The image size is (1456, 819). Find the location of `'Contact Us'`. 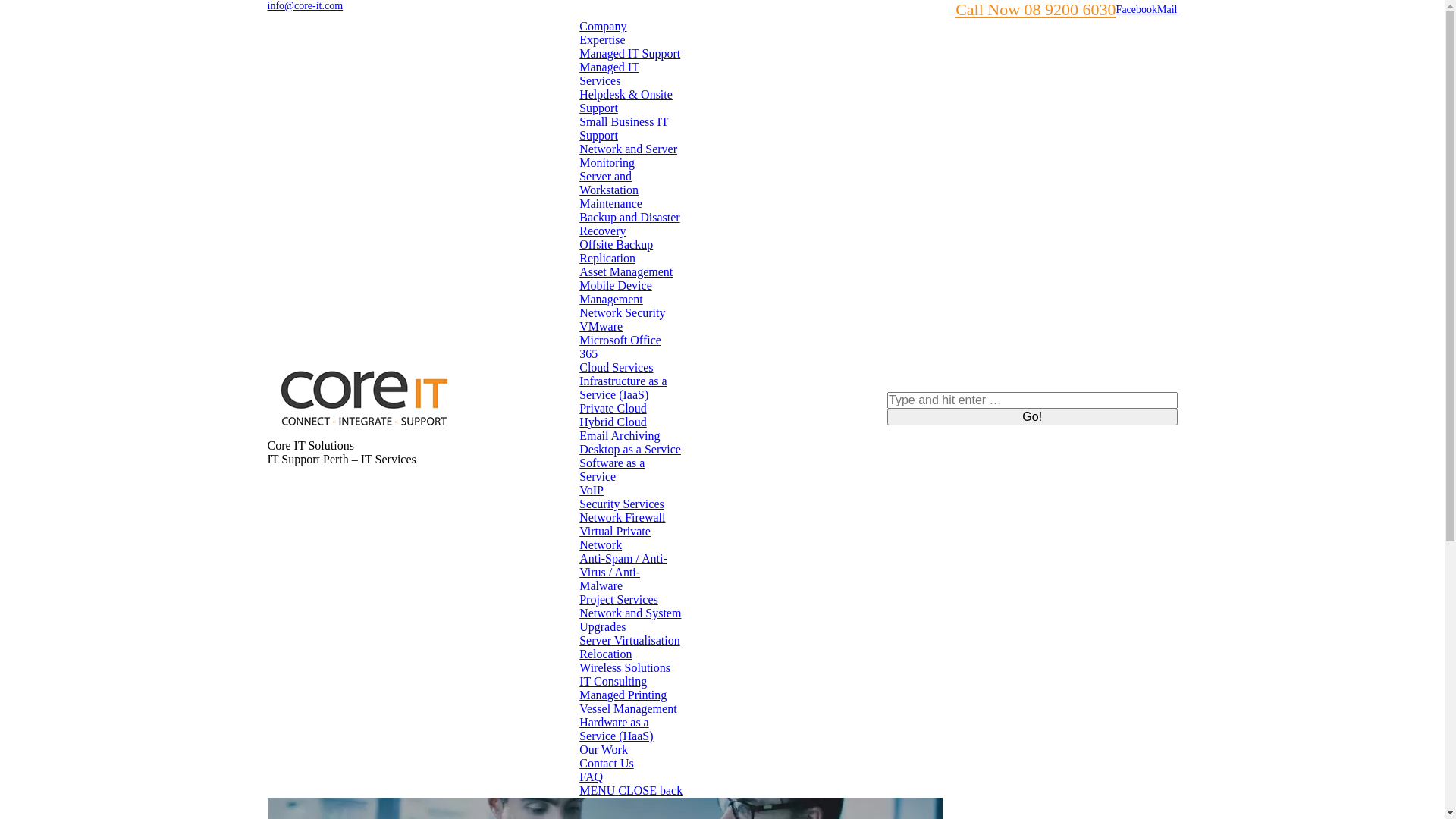

'Contact Us' is located at coordinates (607, 763).